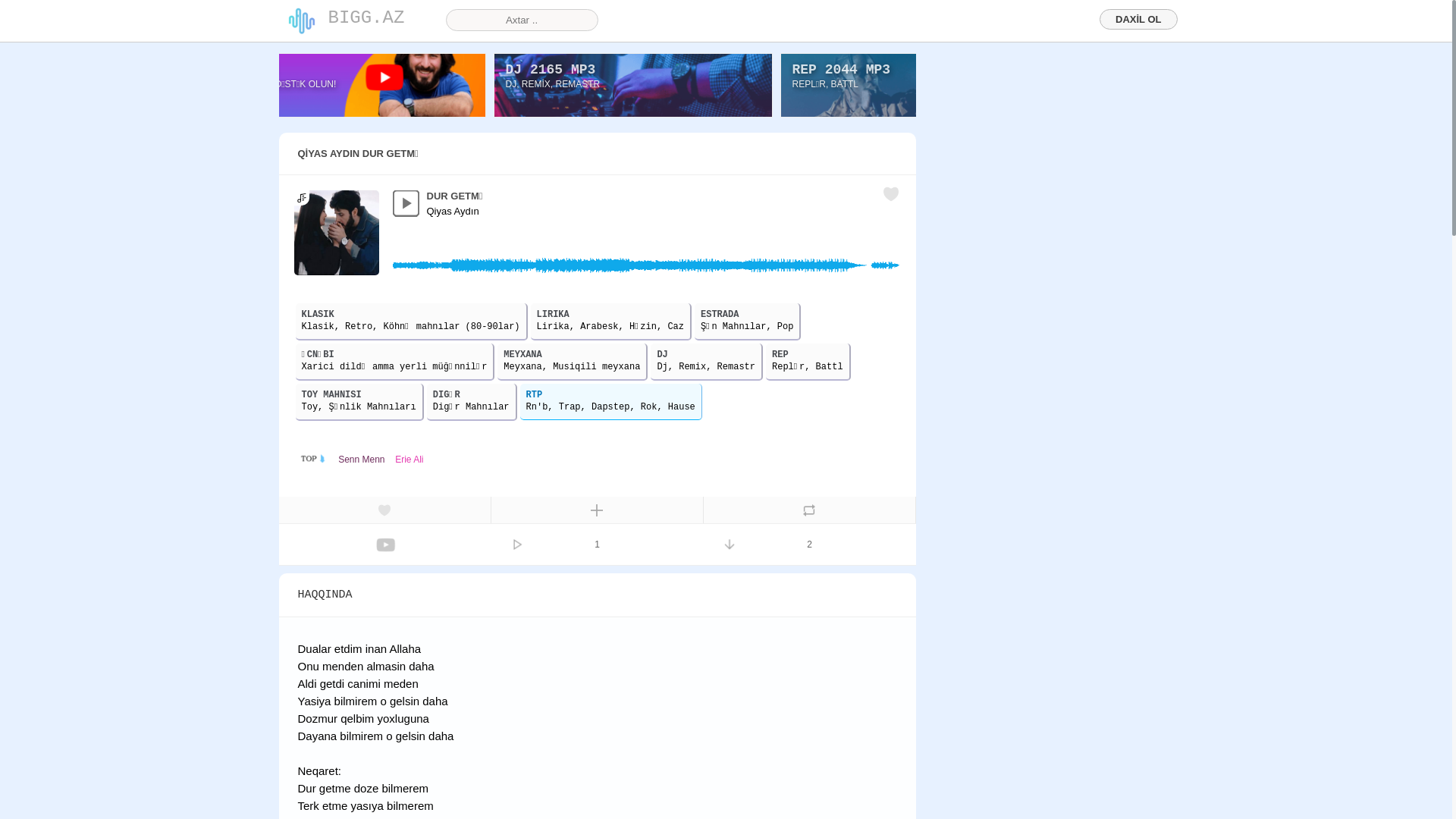 This screenshot has height=819, width=1456. Describe the element at coordinates (809, 543) in the screenshot. I see `'2'` at that location.